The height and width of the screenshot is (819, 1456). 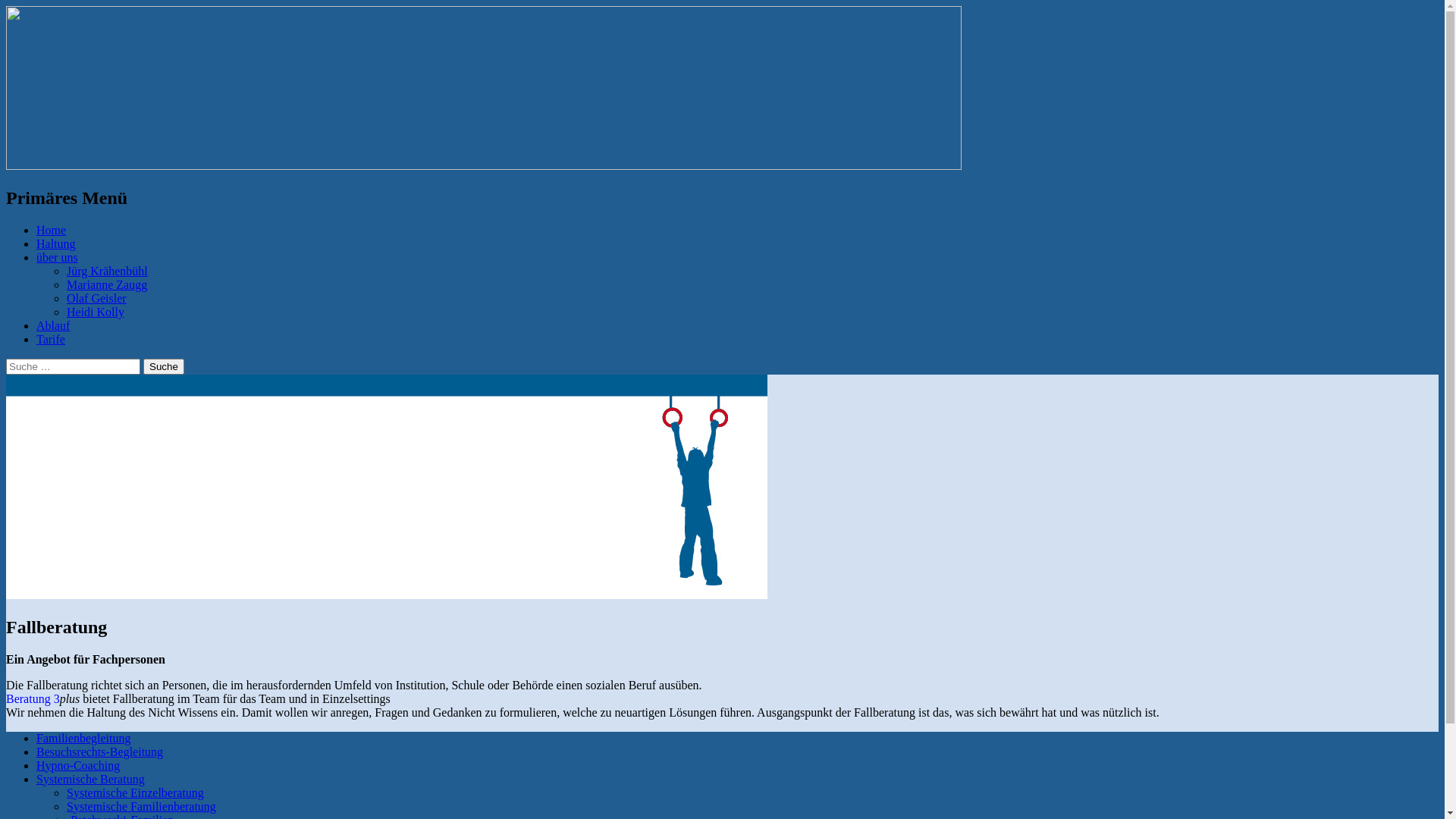 I want to click on 'Home', so click(x=51, y=230).